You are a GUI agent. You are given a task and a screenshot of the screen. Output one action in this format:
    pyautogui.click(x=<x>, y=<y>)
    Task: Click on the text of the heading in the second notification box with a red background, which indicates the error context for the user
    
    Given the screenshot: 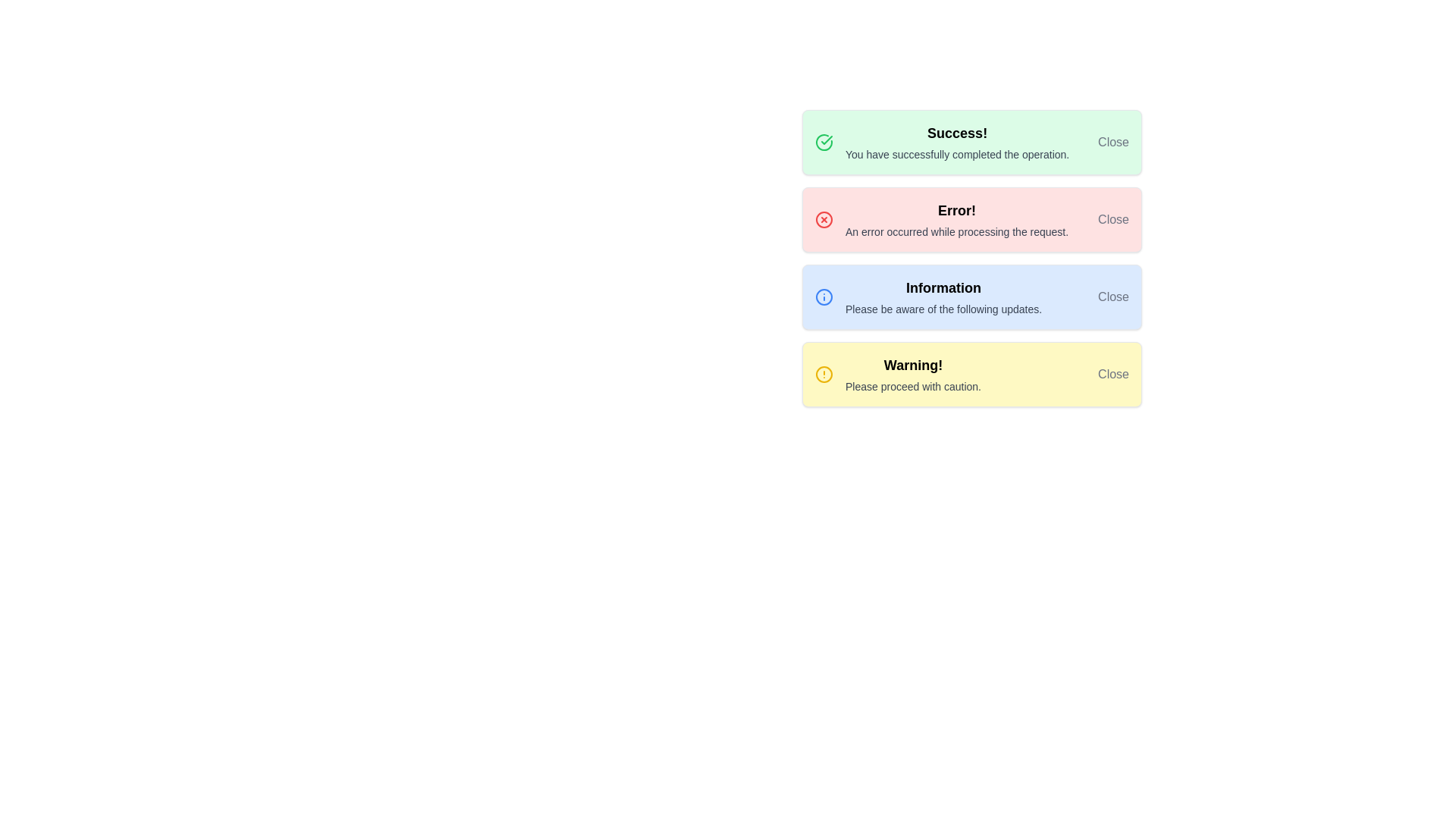 What is the action you would take?
    pyautogui.click(x=956, y=210)
    